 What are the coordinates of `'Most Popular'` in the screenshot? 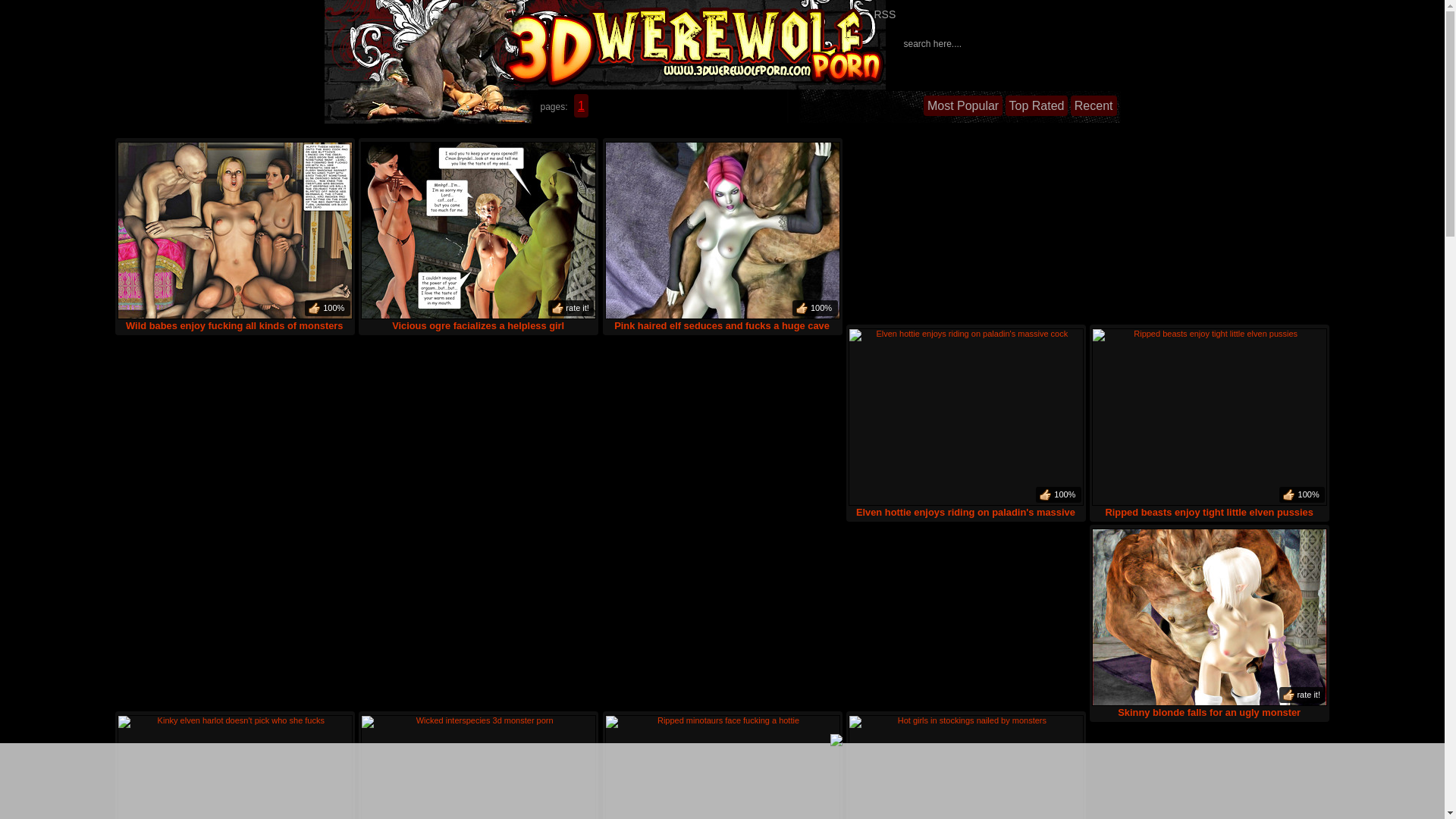 It's located at (962, 105).